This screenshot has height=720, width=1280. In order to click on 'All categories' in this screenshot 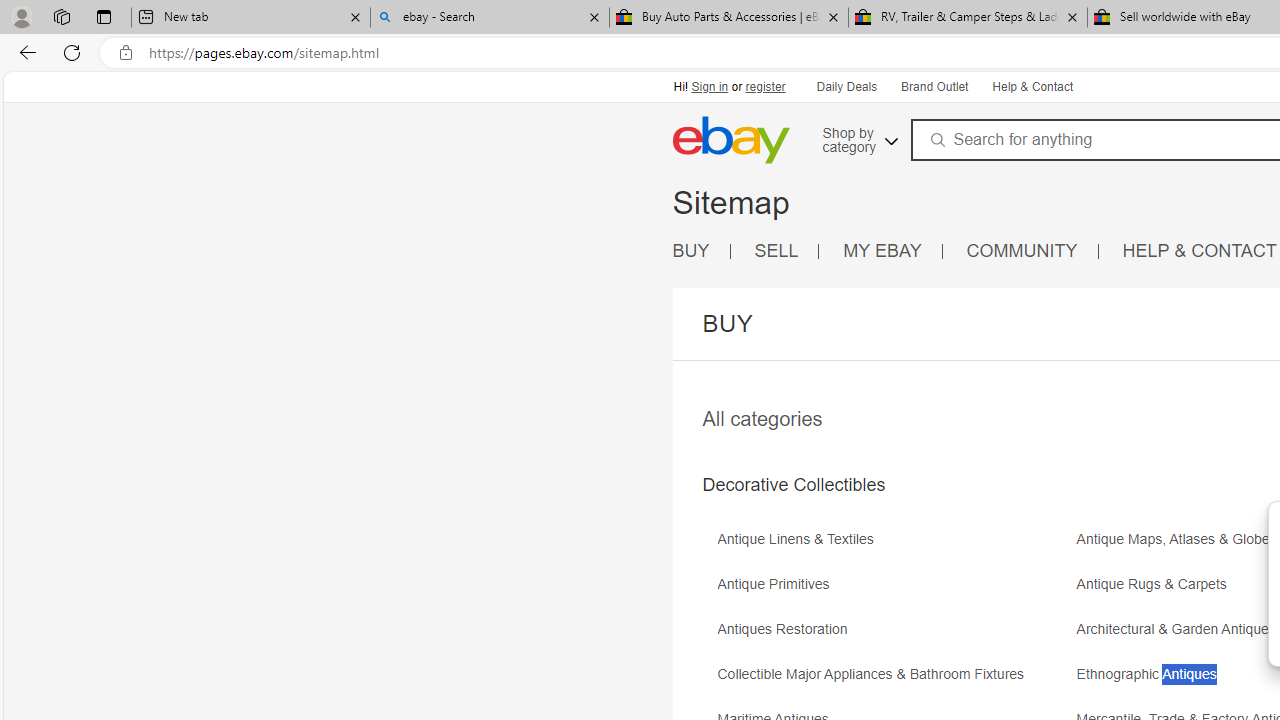, I will do `click(761, 418)`.